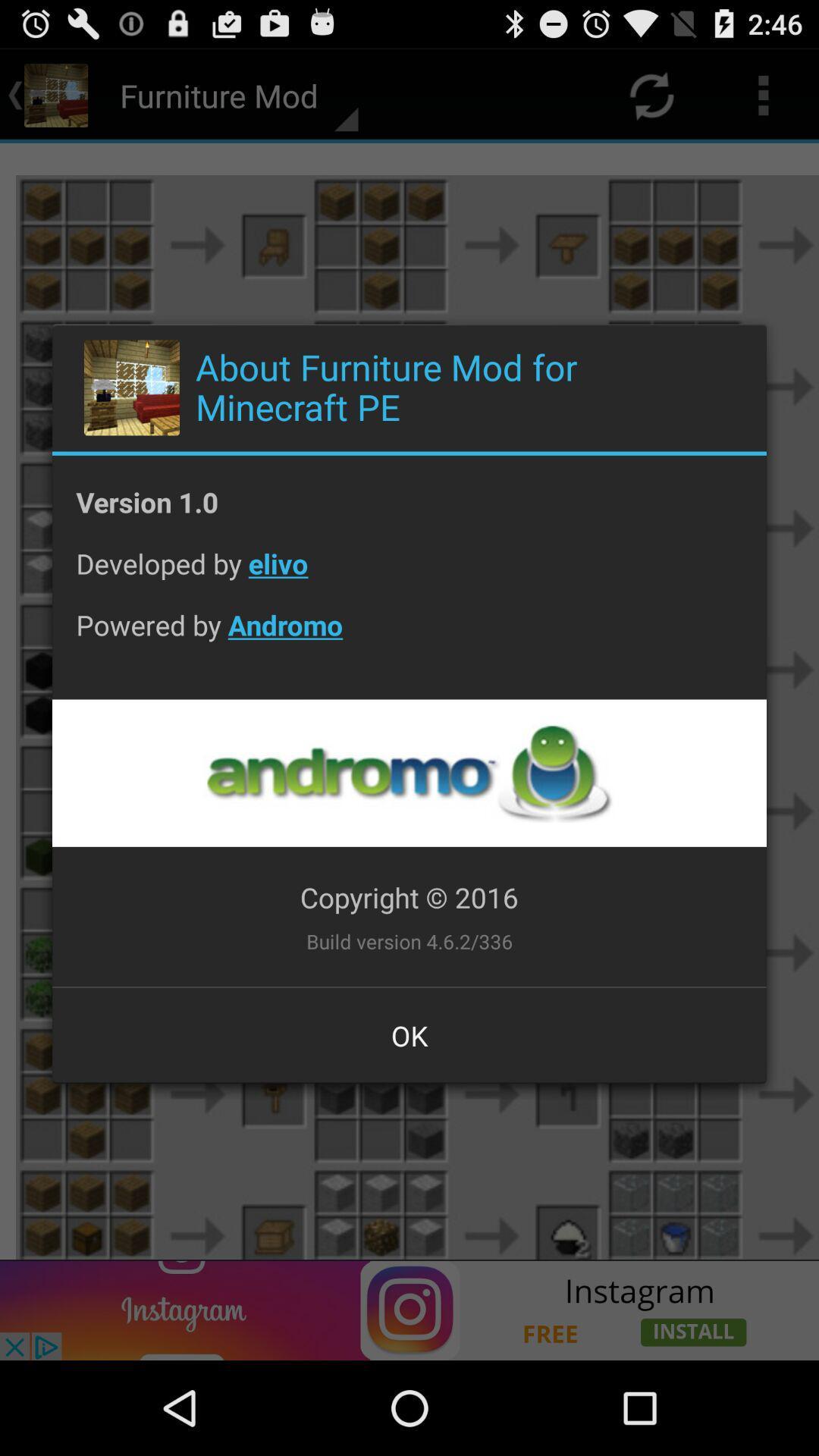 The height and width of the screenshot is (1456, 819). What do you see at coordinates (409, 637) in the screenshot?
I see `powered by andromo icon` at bounding box center [409, 637].